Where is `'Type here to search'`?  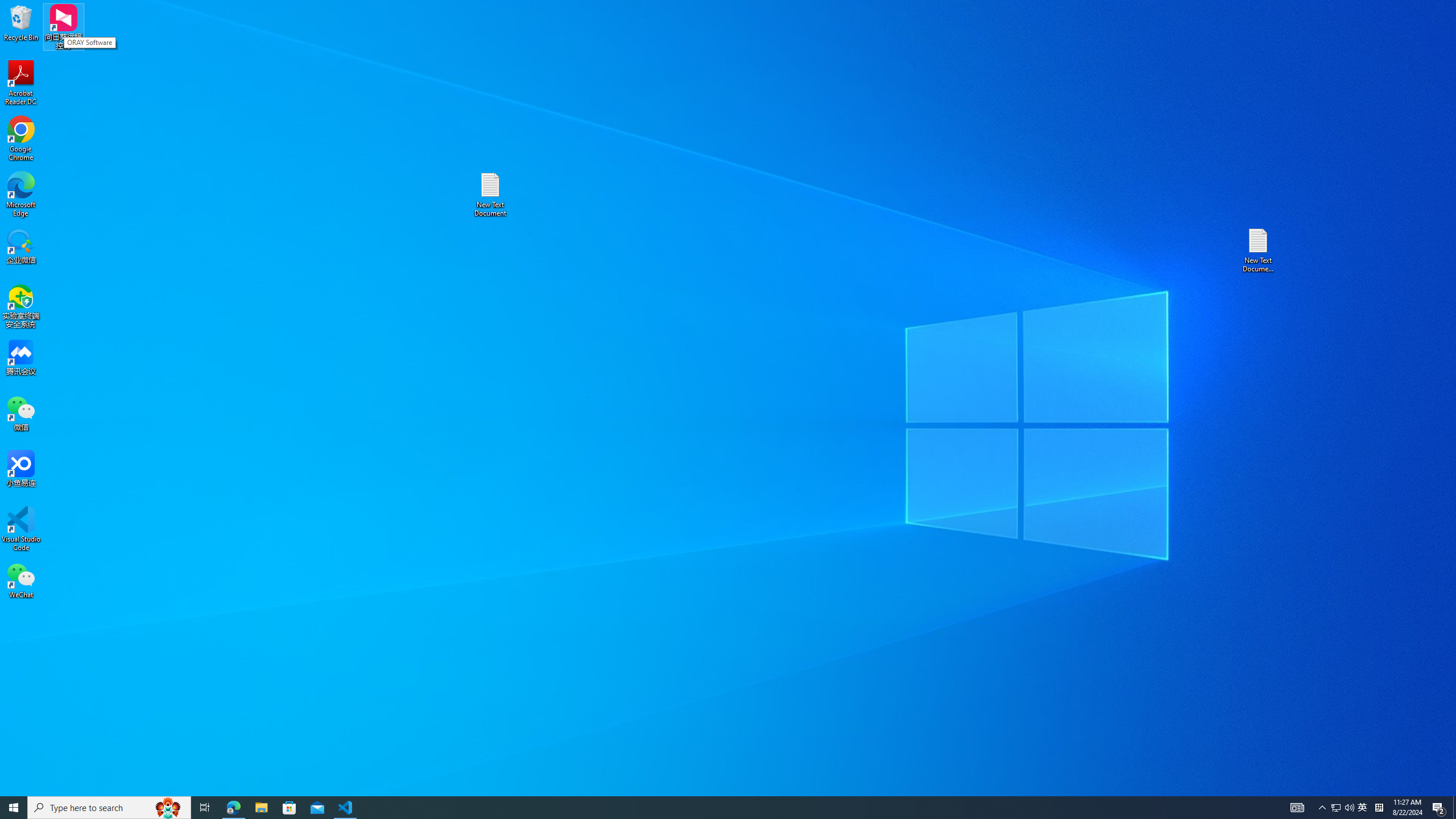 'Type here to search' is located at coordinates (109, 806).